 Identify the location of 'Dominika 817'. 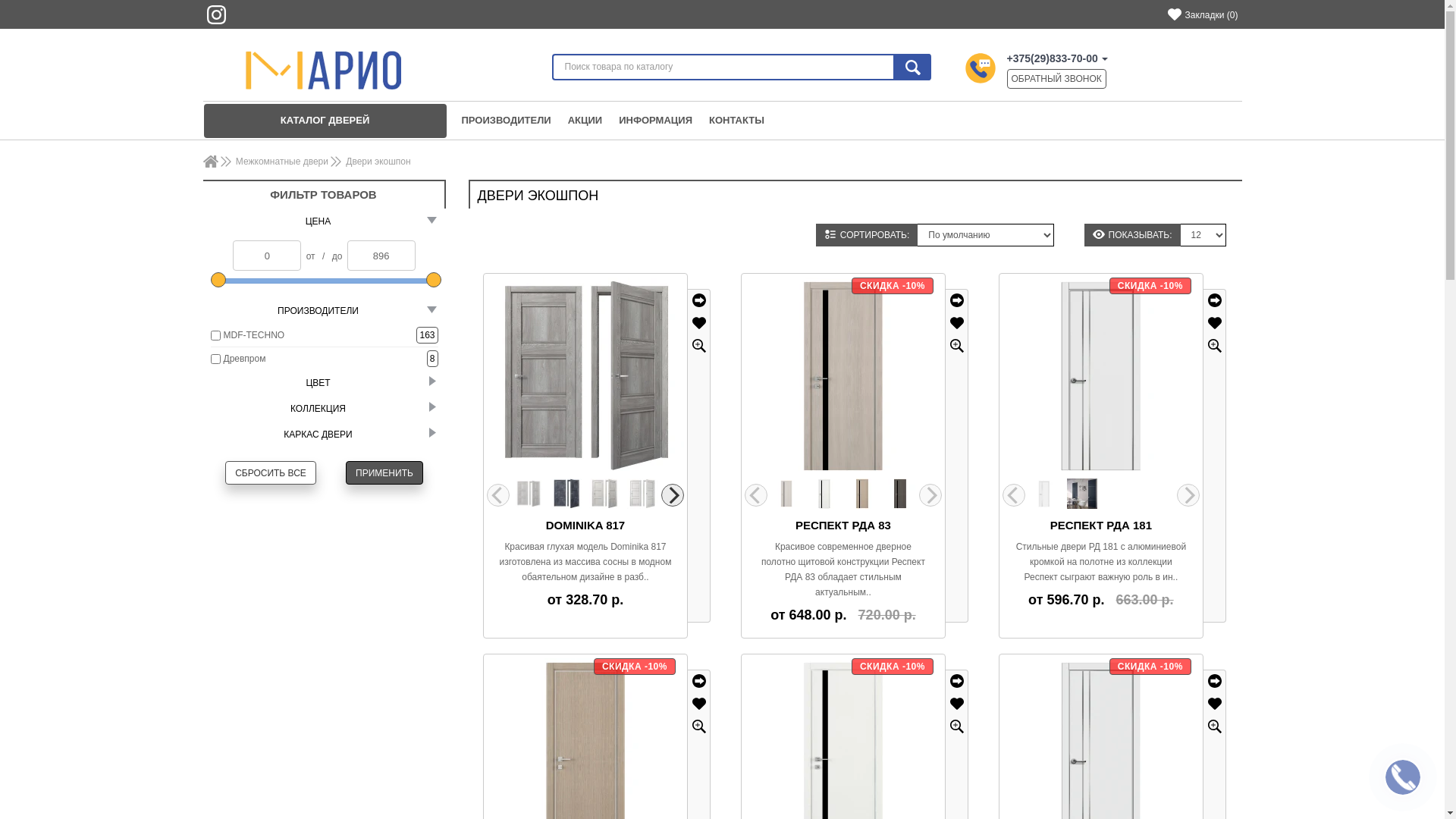
(585, 375).